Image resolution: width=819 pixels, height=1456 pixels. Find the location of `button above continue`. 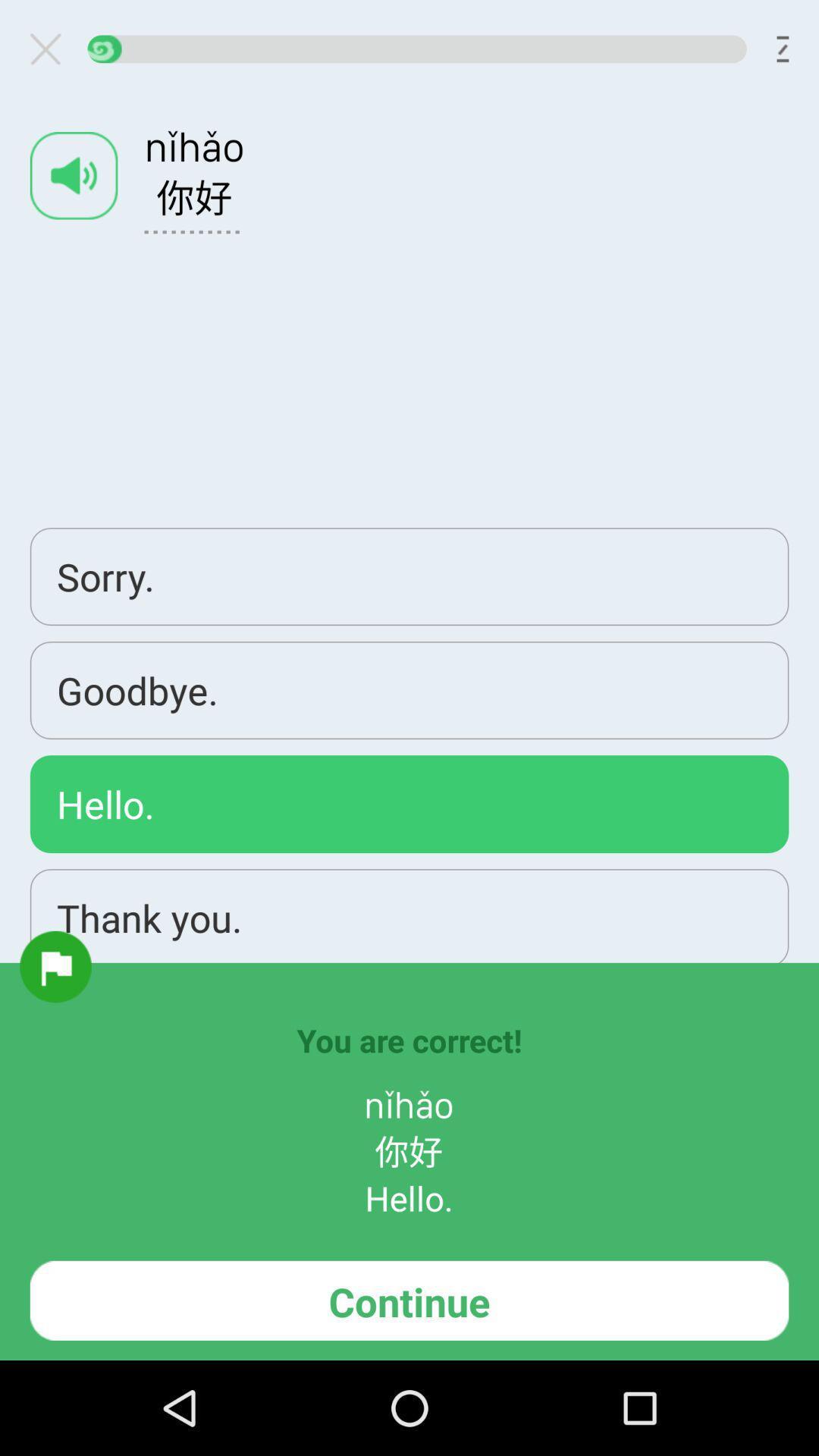

button above continue is located at coordinates (55, 966).